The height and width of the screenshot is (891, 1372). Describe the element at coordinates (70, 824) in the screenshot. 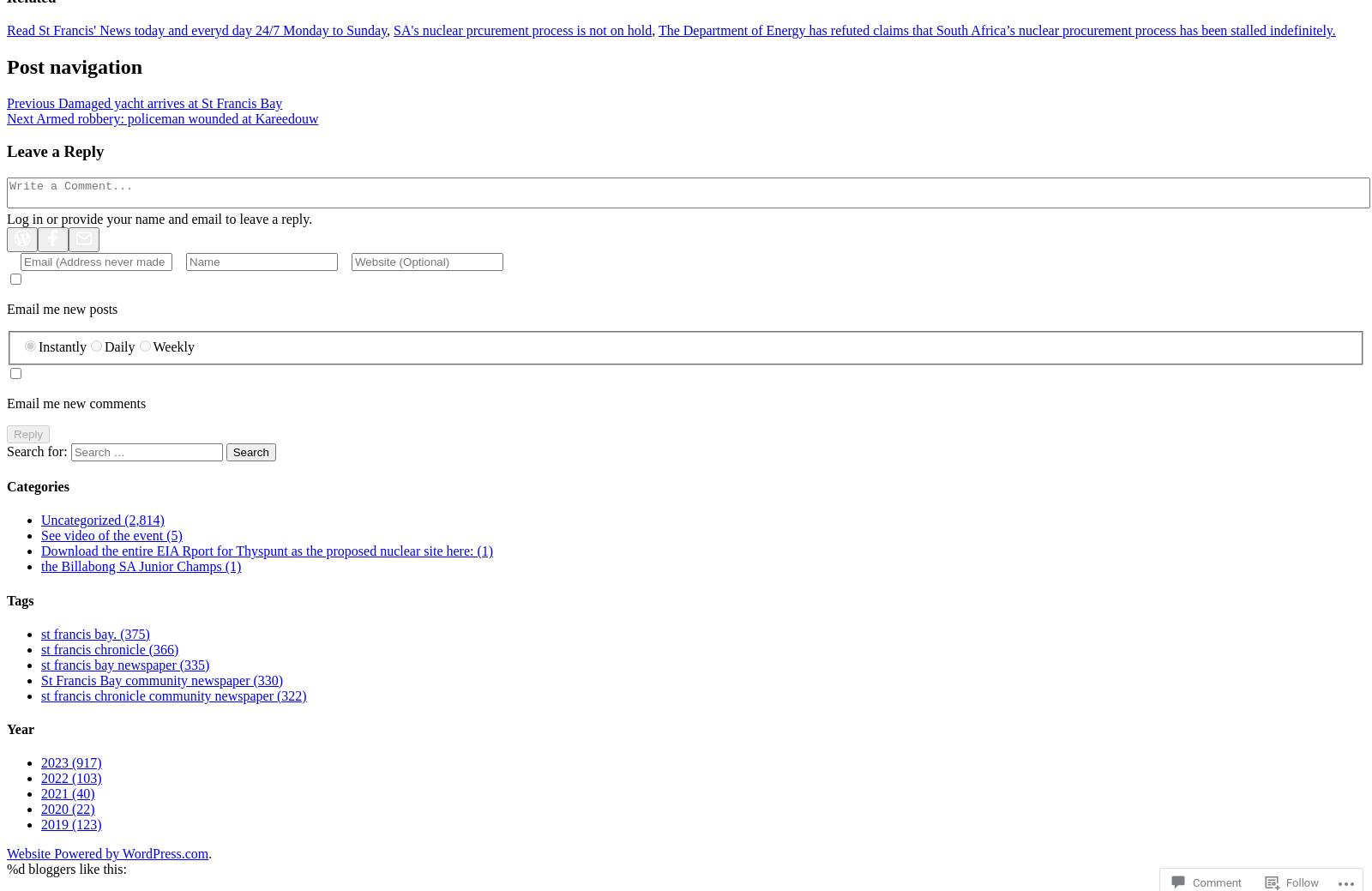

I see `'2019 (123)'` at that location.